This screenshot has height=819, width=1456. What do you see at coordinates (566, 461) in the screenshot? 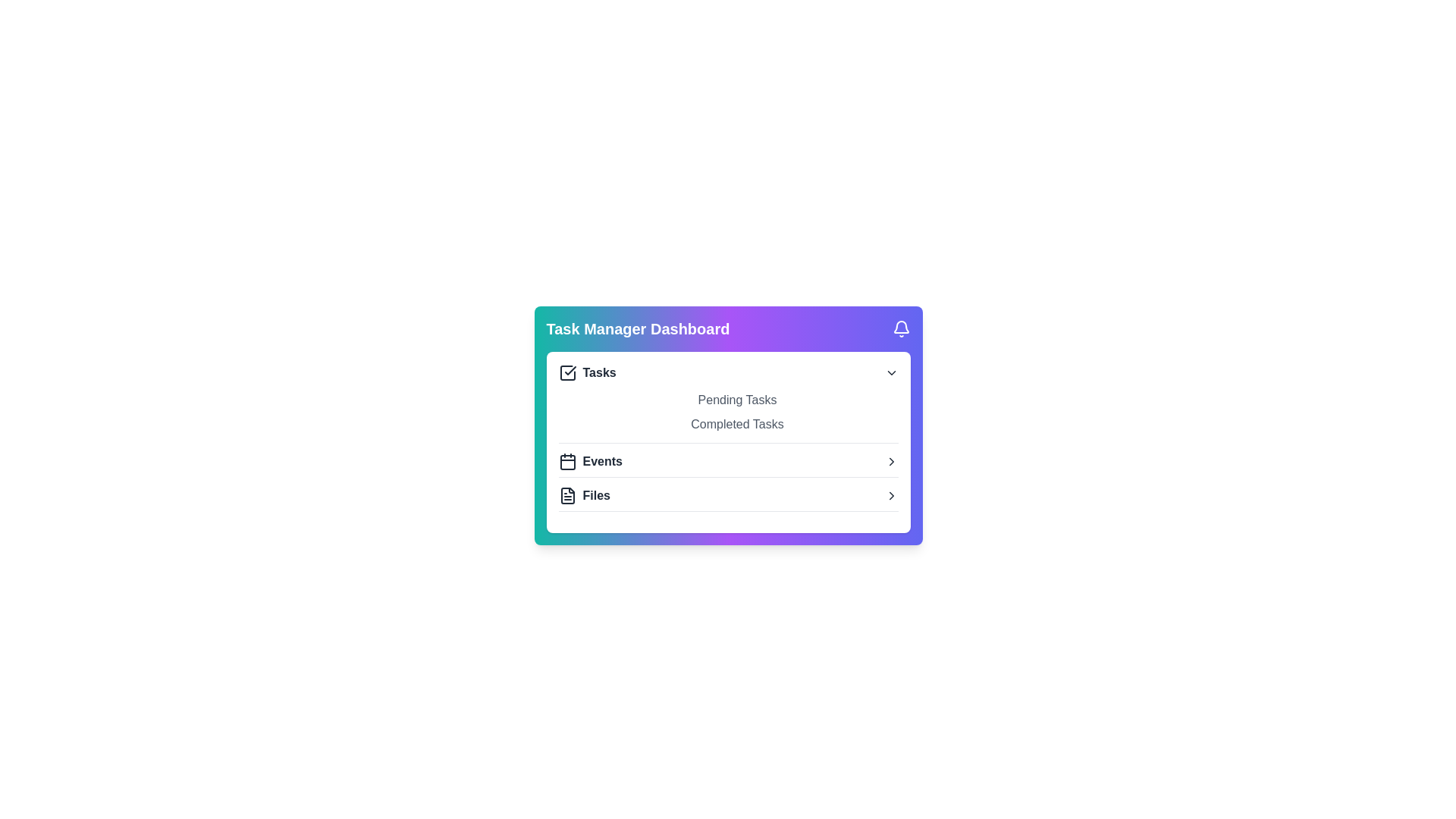
I see `the 'Events' icon located to the immediate left of the label text 'Events' in the second row of the list under the 'Task Manager Dashboard' section` at bounding box center [566, 461].